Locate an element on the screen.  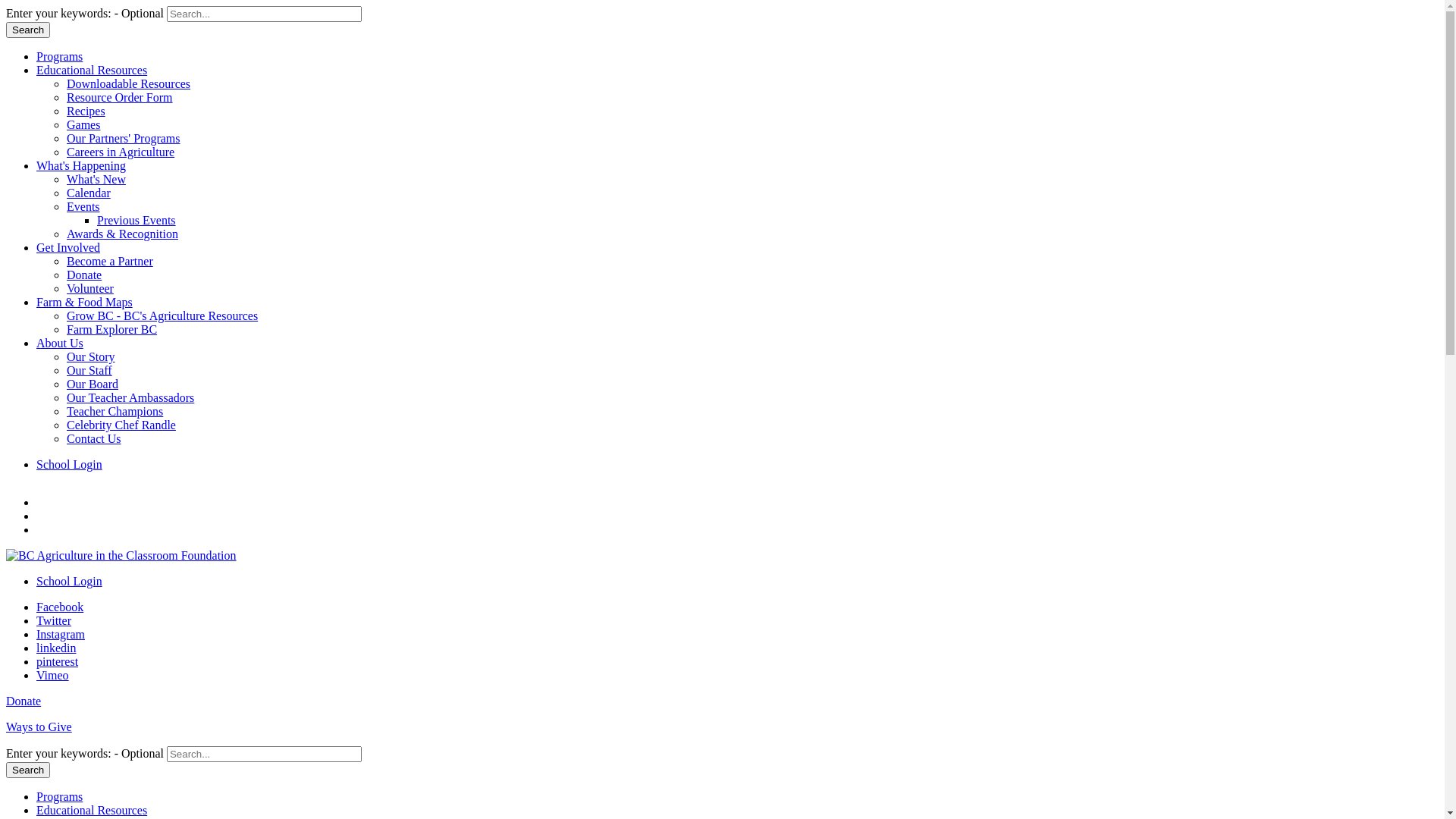
'Twitter' is located at coordinates (54, 620).